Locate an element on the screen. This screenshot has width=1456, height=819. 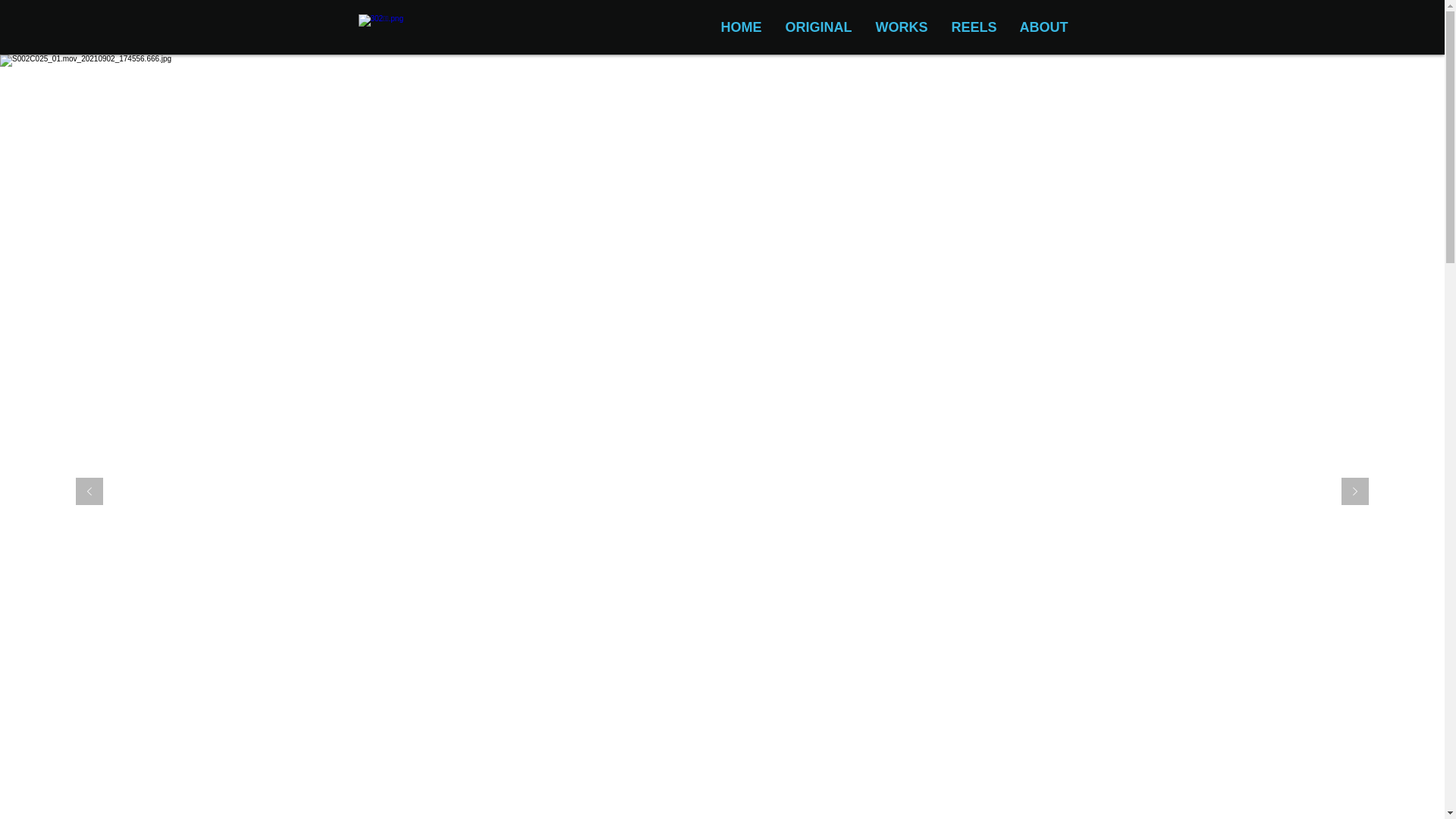
'REELS' is located at coordinates (973, 27).